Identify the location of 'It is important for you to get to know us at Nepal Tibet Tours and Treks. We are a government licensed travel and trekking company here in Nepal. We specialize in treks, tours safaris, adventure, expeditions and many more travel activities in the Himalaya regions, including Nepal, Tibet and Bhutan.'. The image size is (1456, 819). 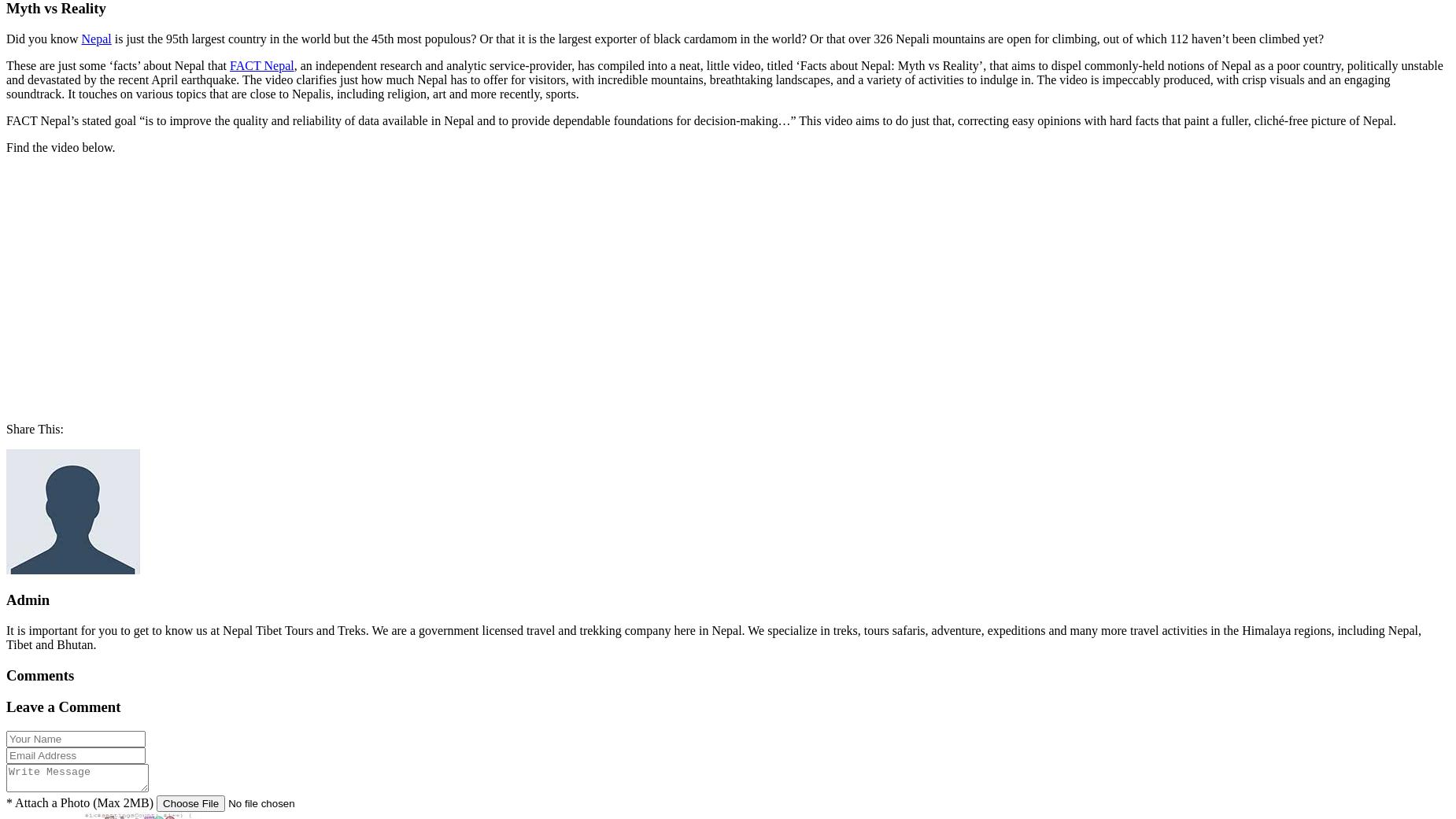
(714, 637).